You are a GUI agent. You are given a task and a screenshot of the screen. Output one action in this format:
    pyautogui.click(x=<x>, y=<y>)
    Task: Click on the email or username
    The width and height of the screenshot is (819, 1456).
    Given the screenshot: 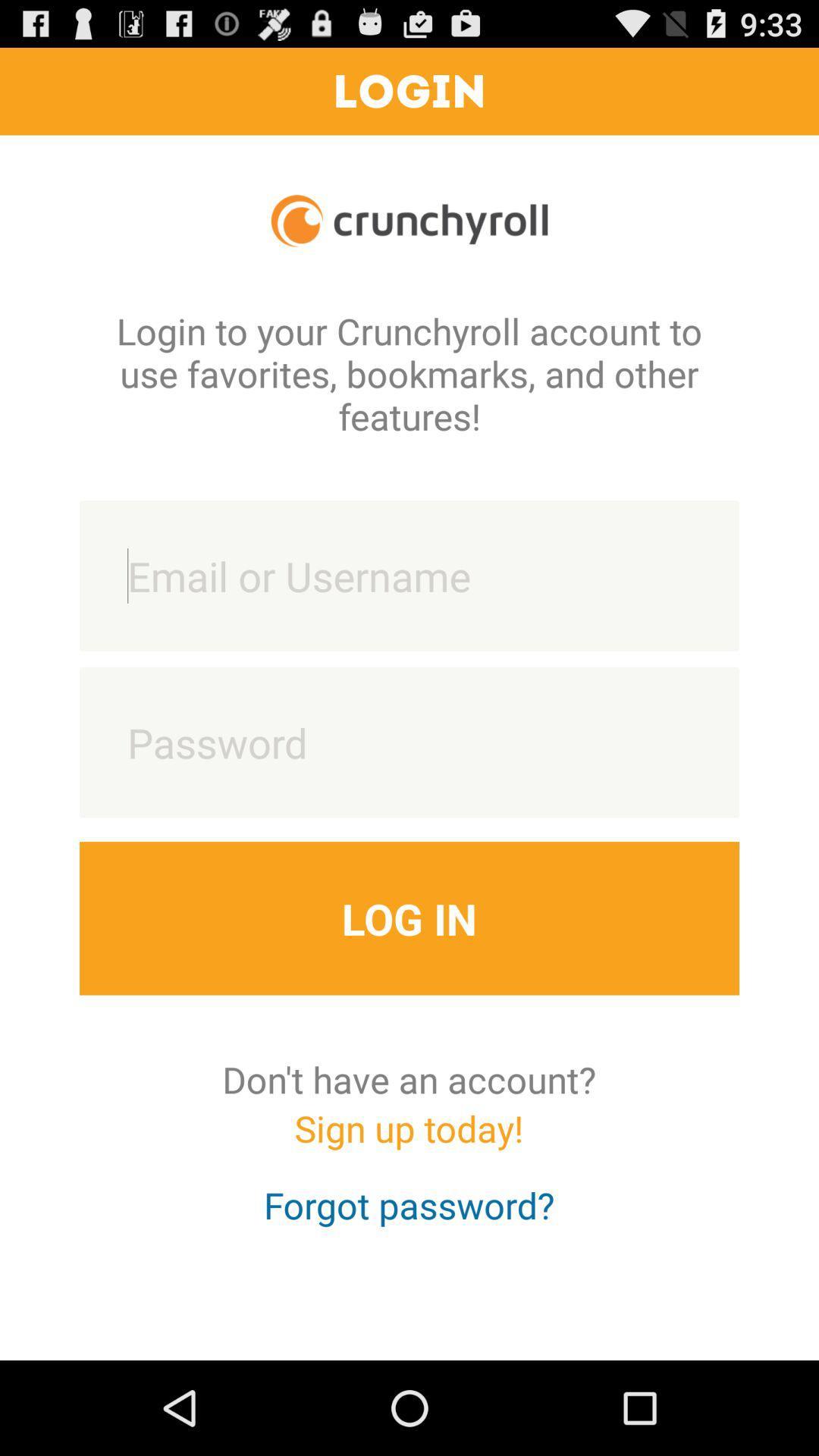 What is the action you would take?
    pyautogui.click(x=409, y=575)
    